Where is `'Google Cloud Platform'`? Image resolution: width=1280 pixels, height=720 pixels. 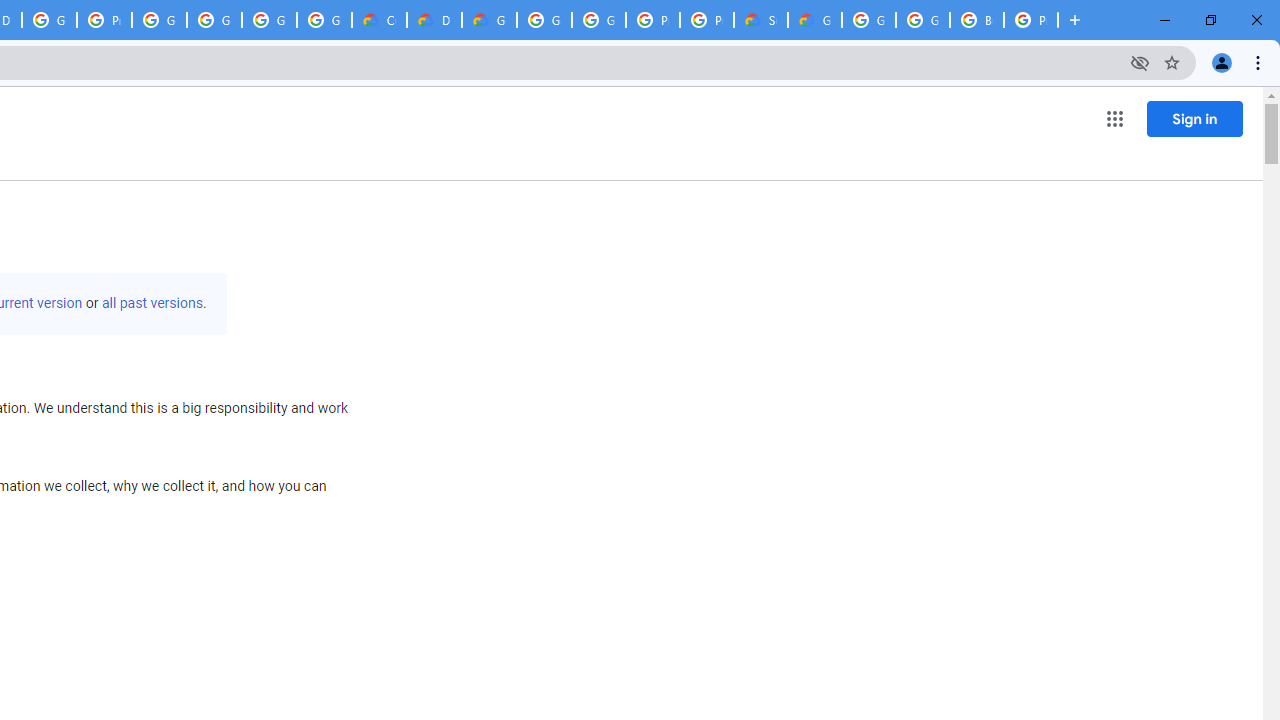
'Google Cloud Platform' is located at coordinates (598, 20).